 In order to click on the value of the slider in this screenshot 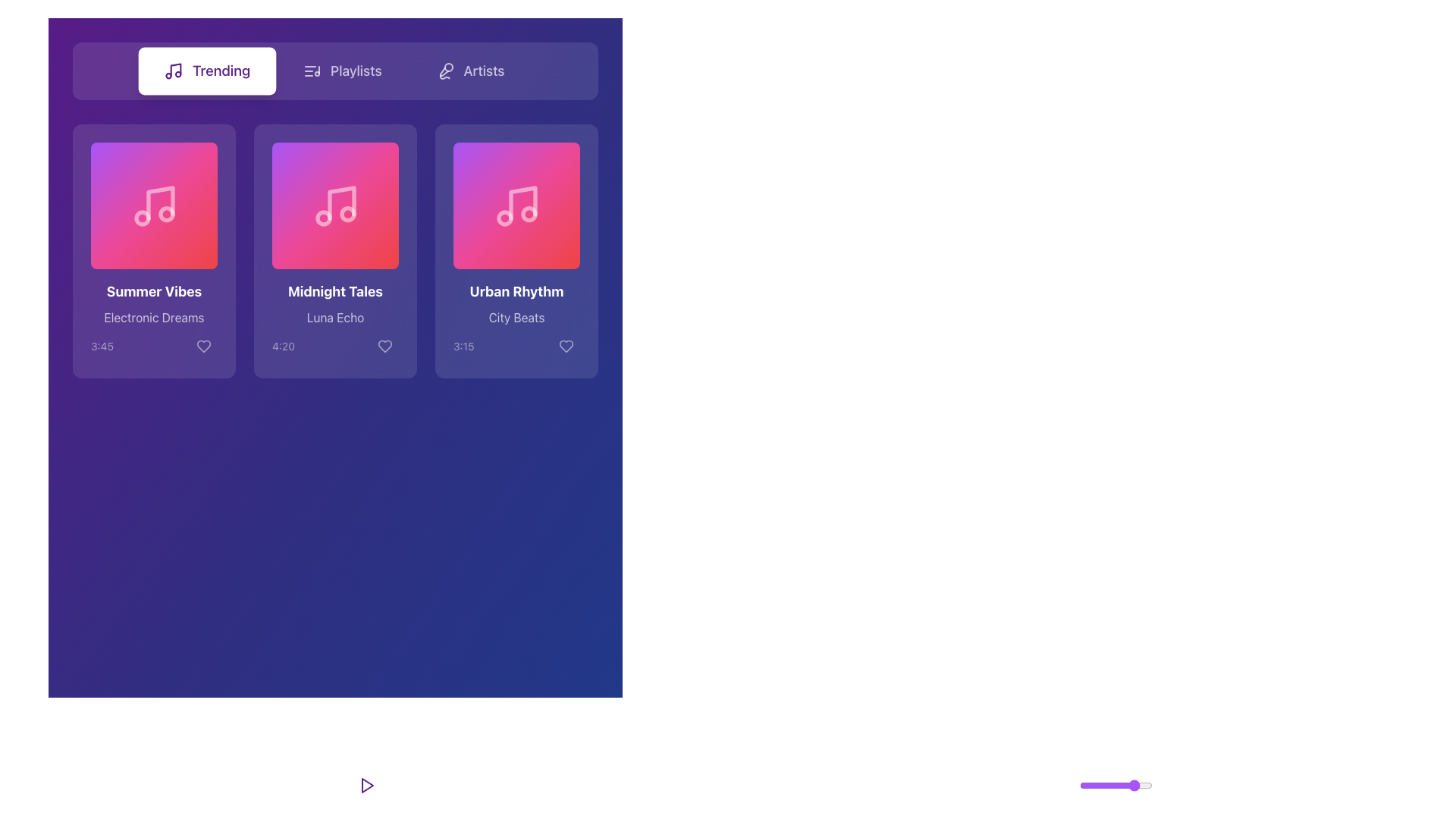, I will do `click(1135, 785)`.